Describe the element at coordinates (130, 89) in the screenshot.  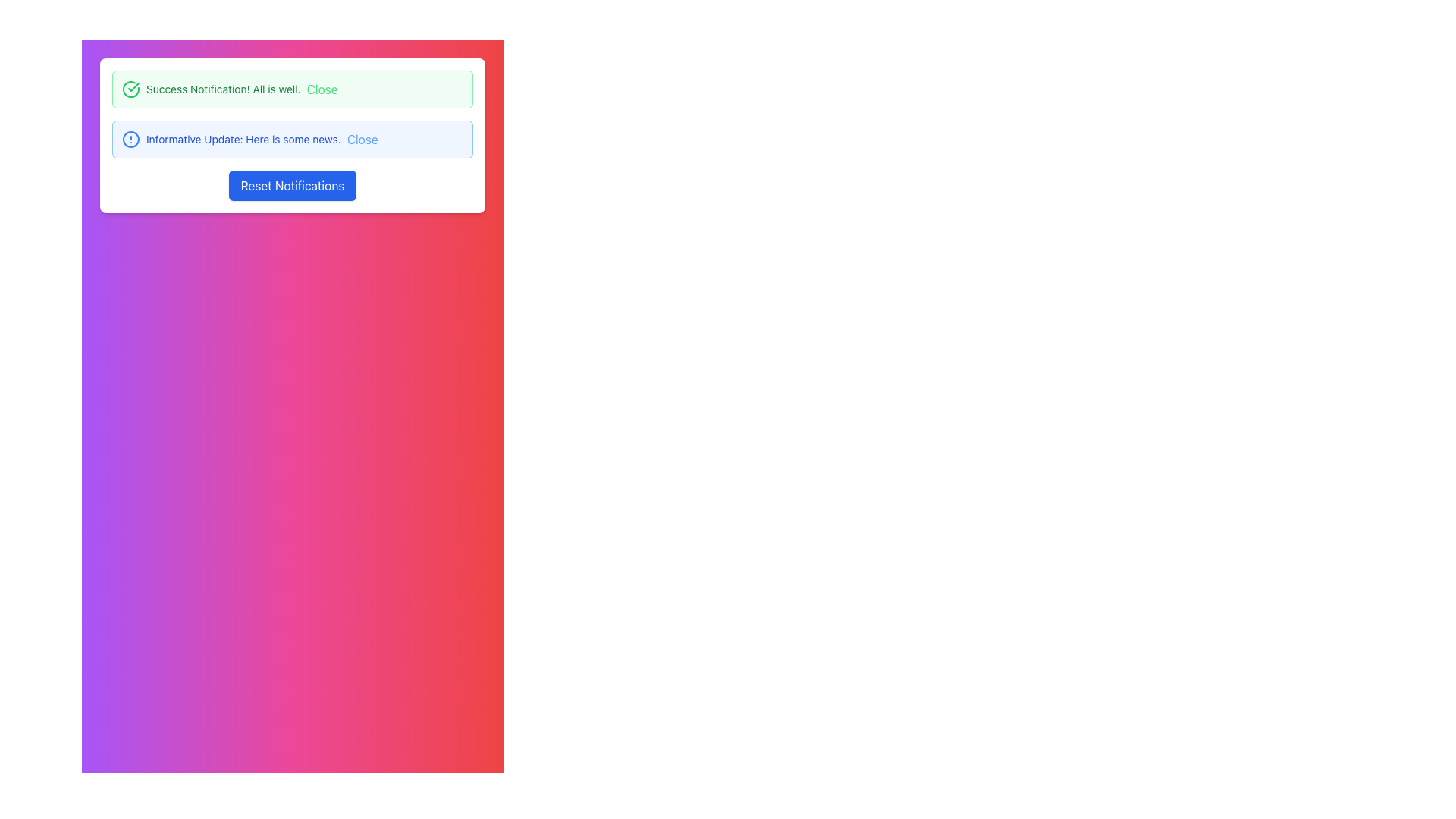
I see `the circular icon with a checkmark inside, located at the left end of the green notification bar that has the text 'Success Notification! All is well.' positioned to its right` at that location.